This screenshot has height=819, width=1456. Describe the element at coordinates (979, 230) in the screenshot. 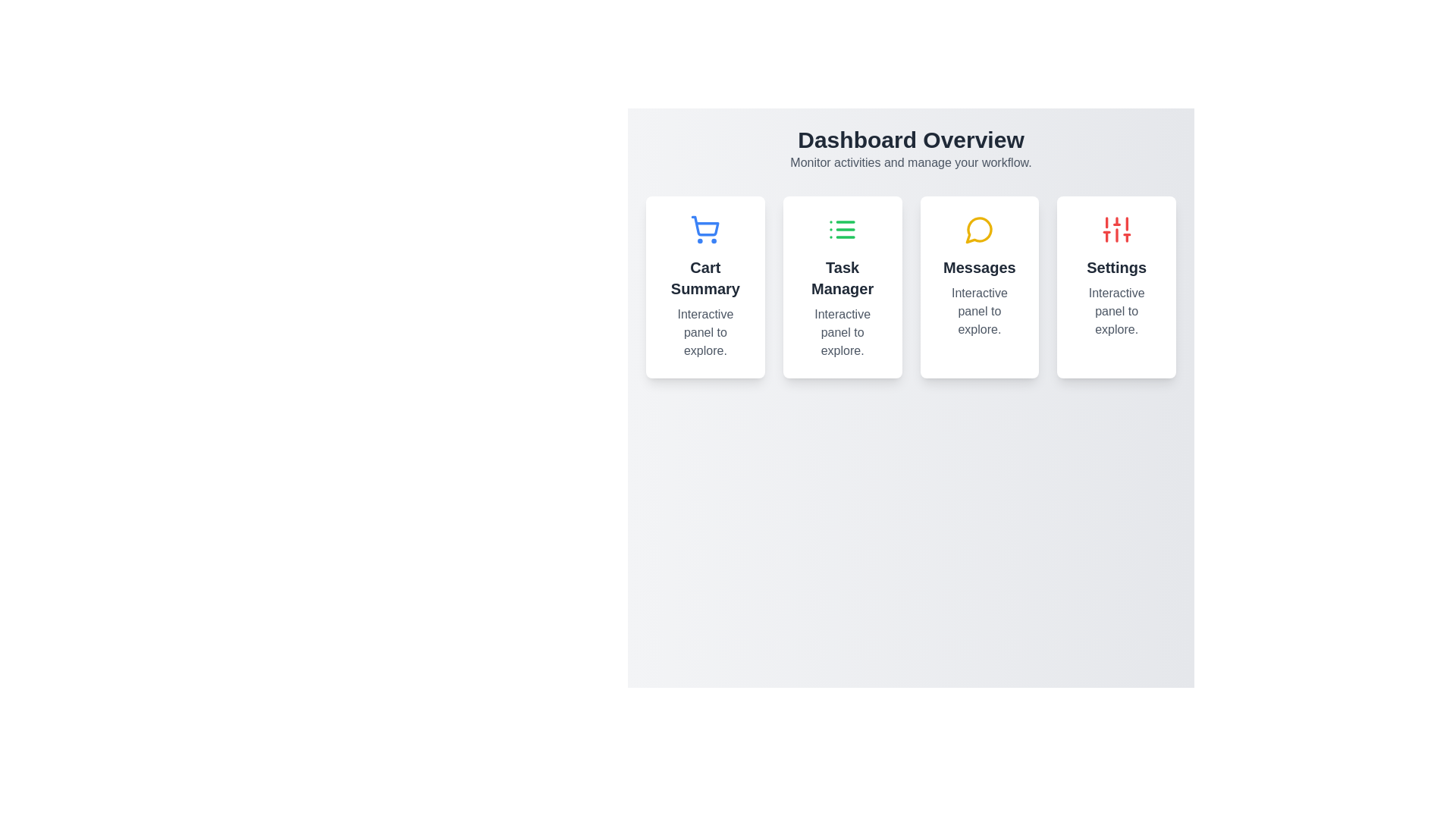

I see `messaging icon located in the Messages panel of the Dashboard Overview interface, which is positioned between the Task Manager and Settings panels` at that location.